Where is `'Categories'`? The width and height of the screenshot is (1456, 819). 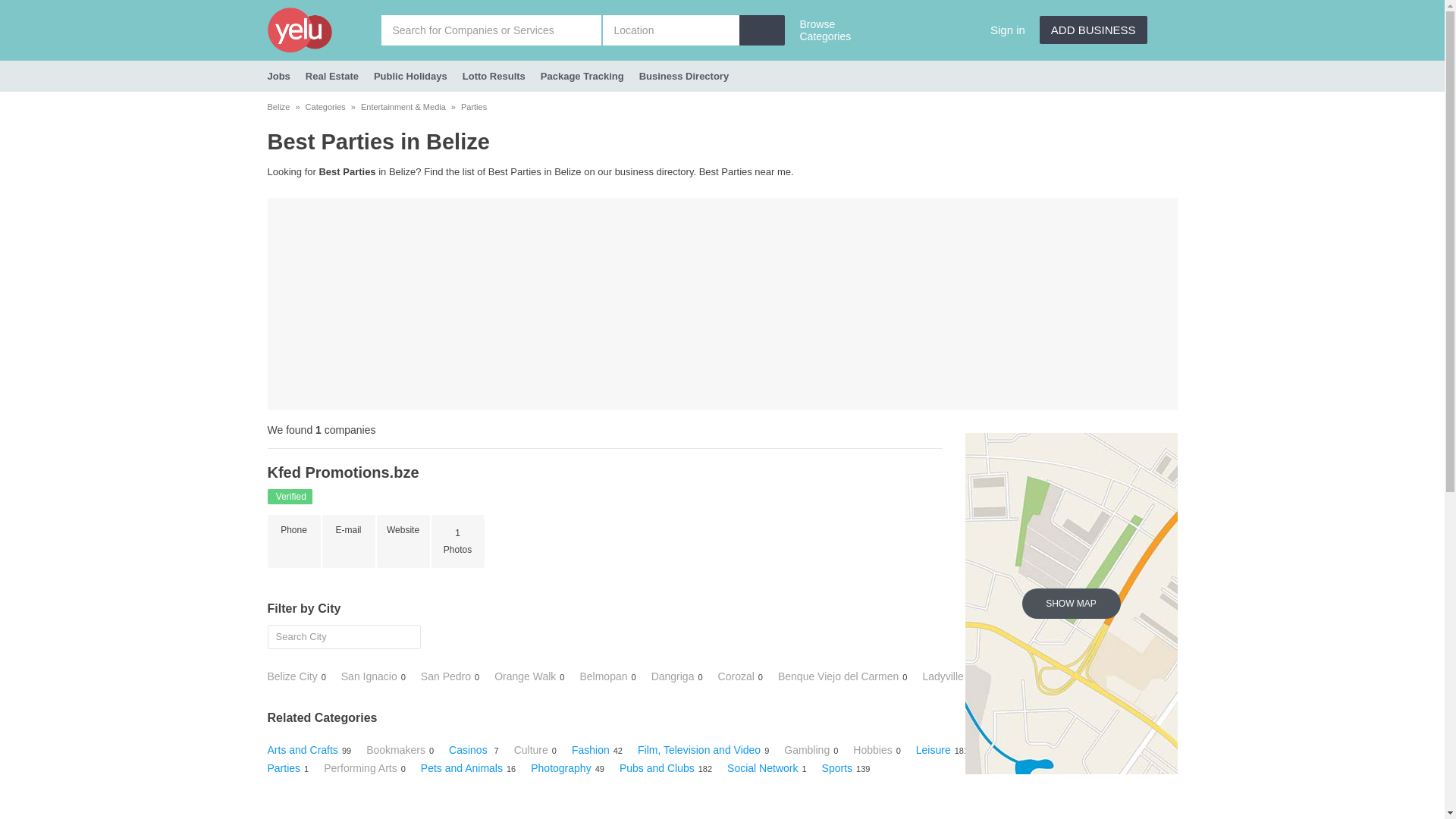 'Categories' is located at coordinates (325, 106).